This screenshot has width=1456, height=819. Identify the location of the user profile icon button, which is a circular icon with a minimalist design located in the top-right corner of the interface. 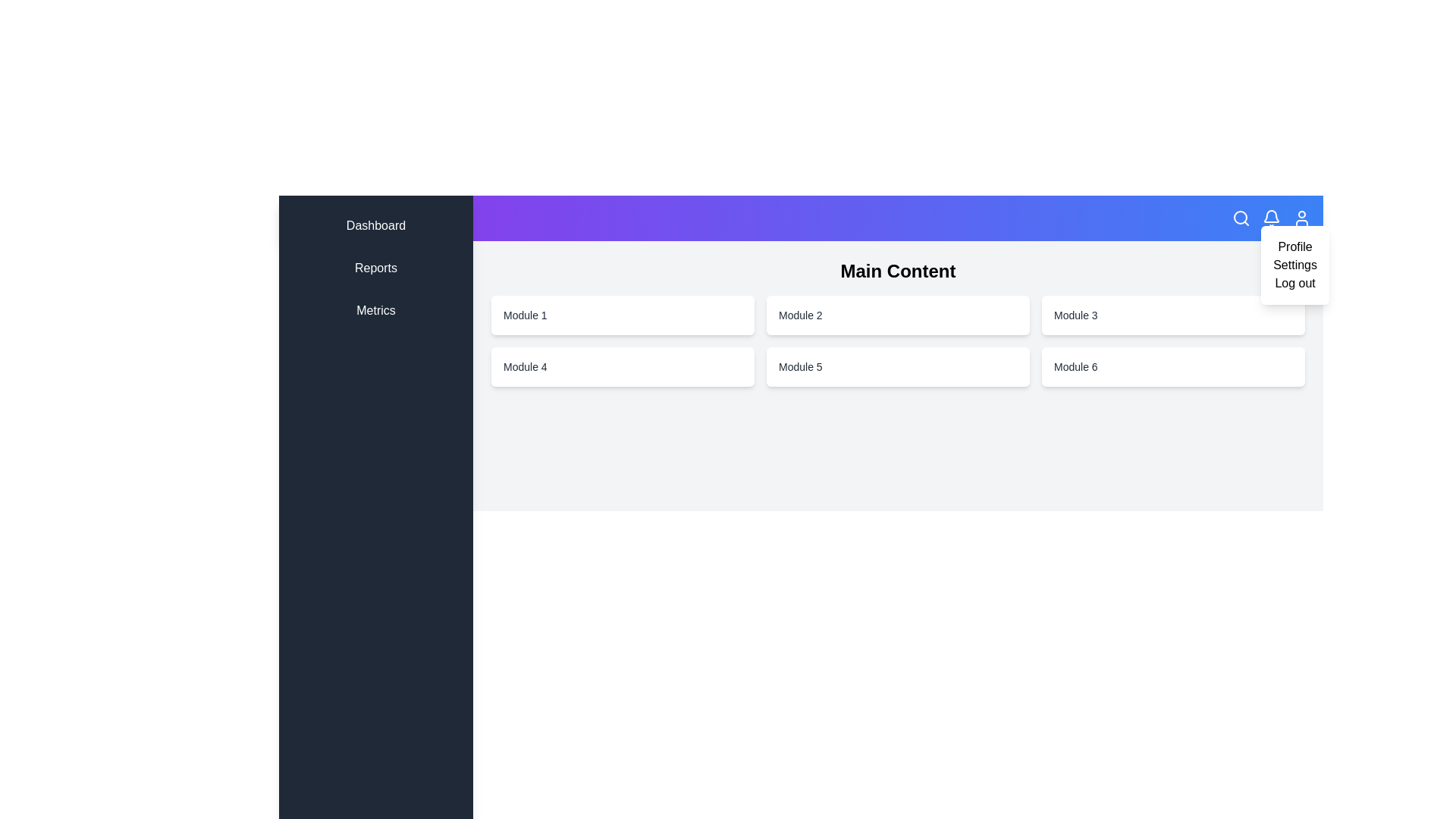
(1301, 218).